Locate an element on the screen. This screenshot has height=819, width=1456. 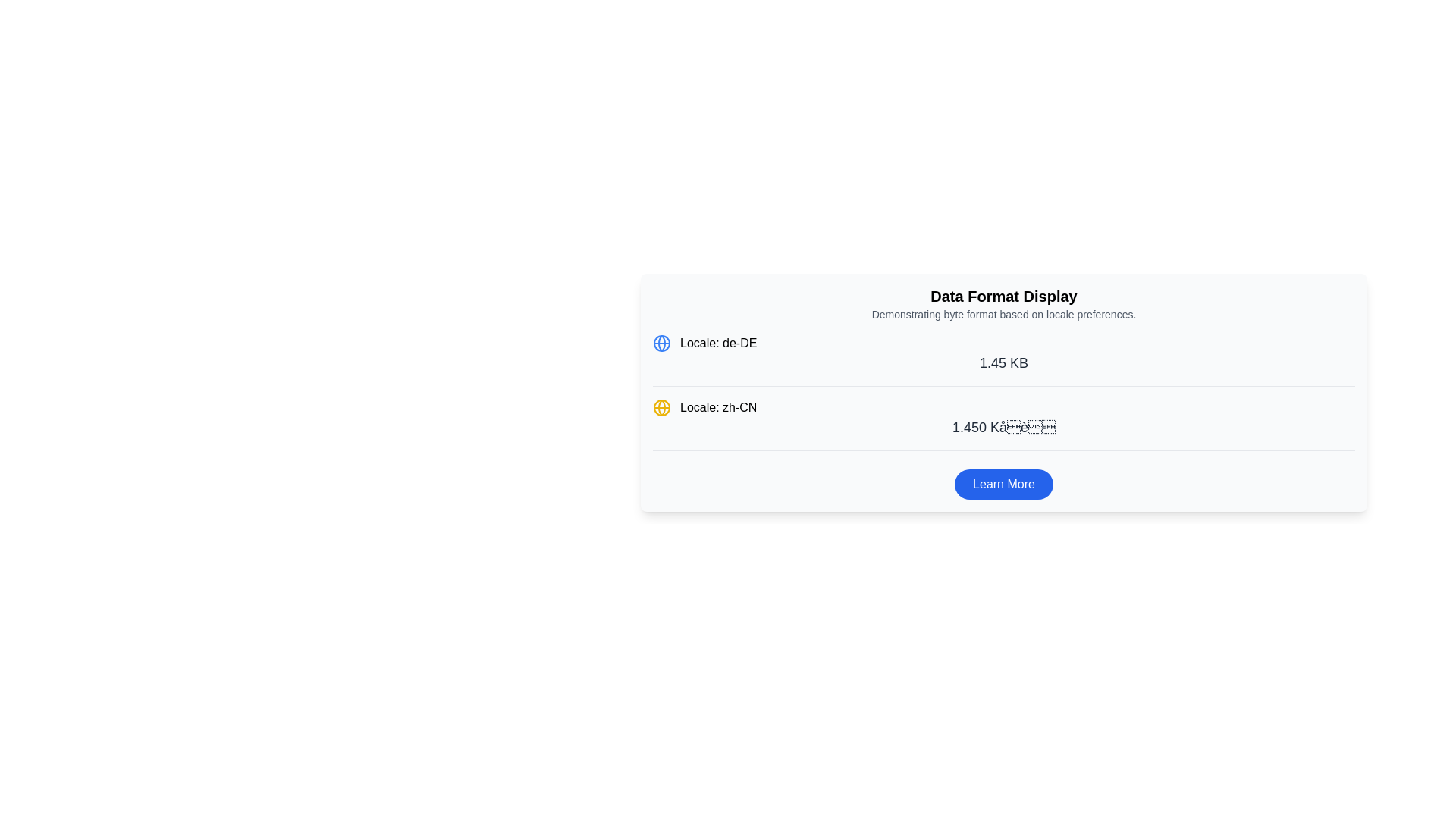
the button located at the center-bottom of the light gray rounded panel that provides additional information or actions related to the presented data is located at coordinates (1004, 485).